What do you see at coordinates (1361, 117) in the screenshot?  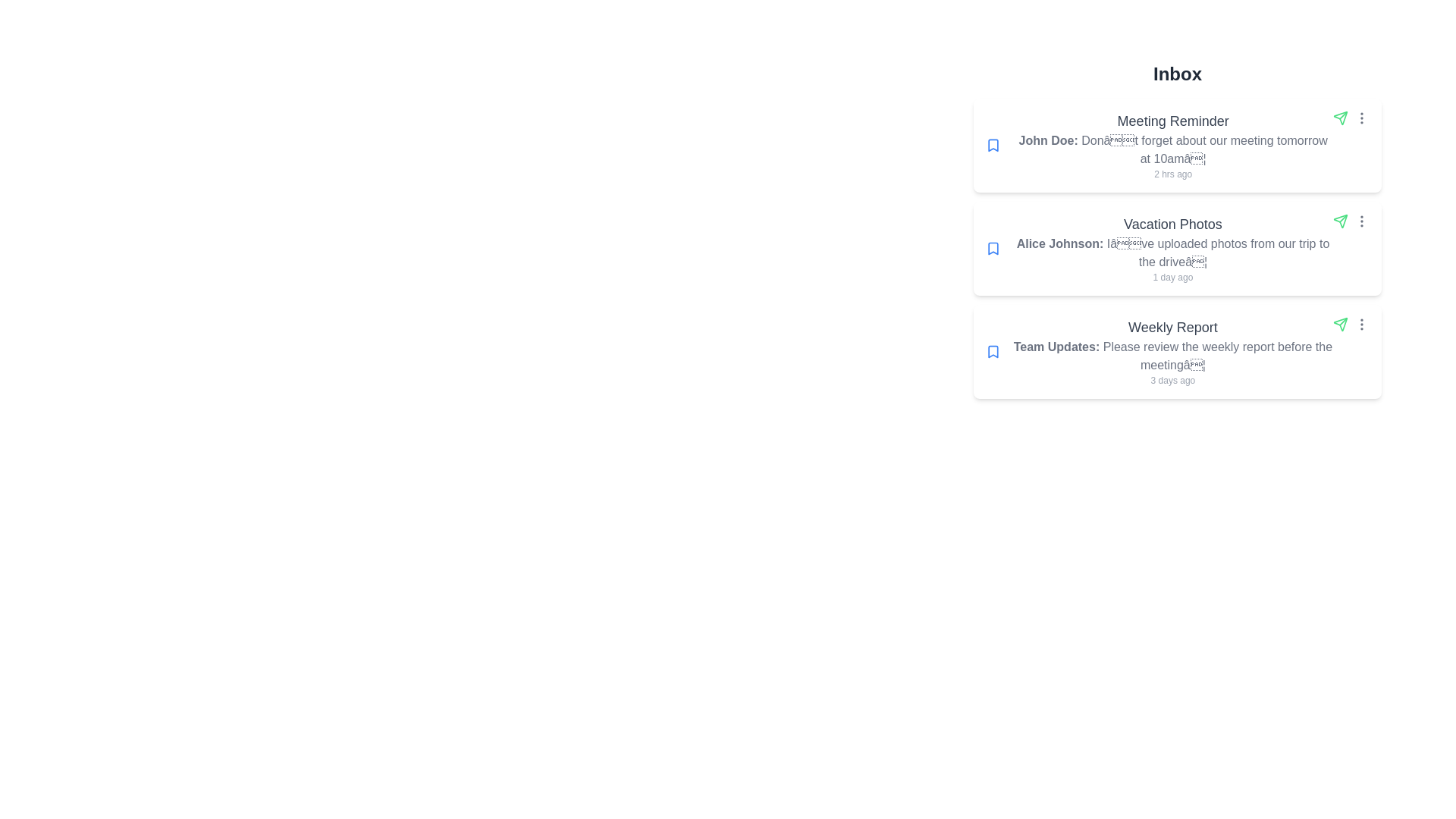 I see `the options icon of the first message to reveal more actions` at bounding box center [1361, 117].